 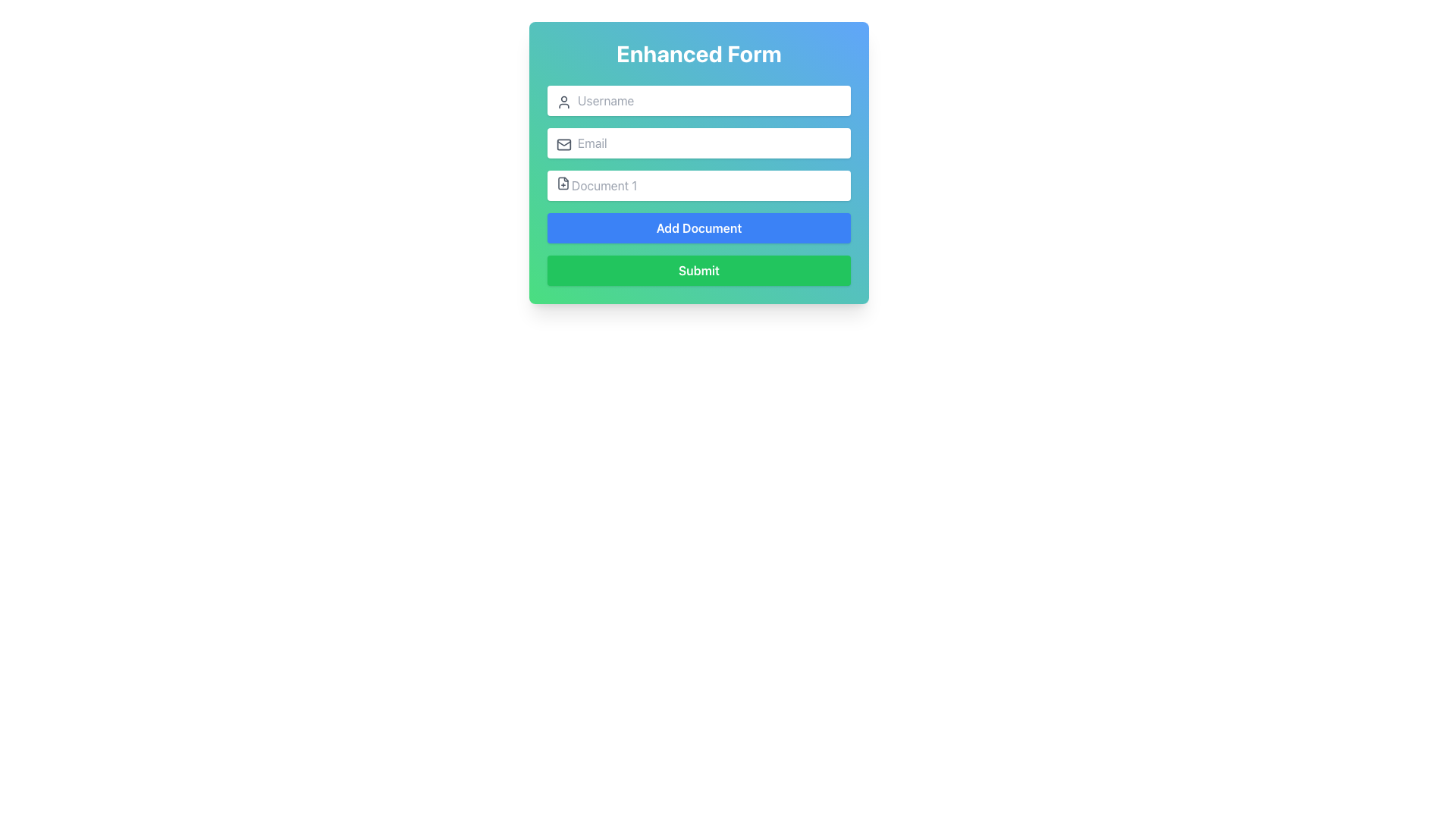 What do you see at coordinates (698, 100) in the screenshot?
I see `the username input field located beneath the 'Enhanced Form' title and above the email input field` at bounding box center [698, 100].